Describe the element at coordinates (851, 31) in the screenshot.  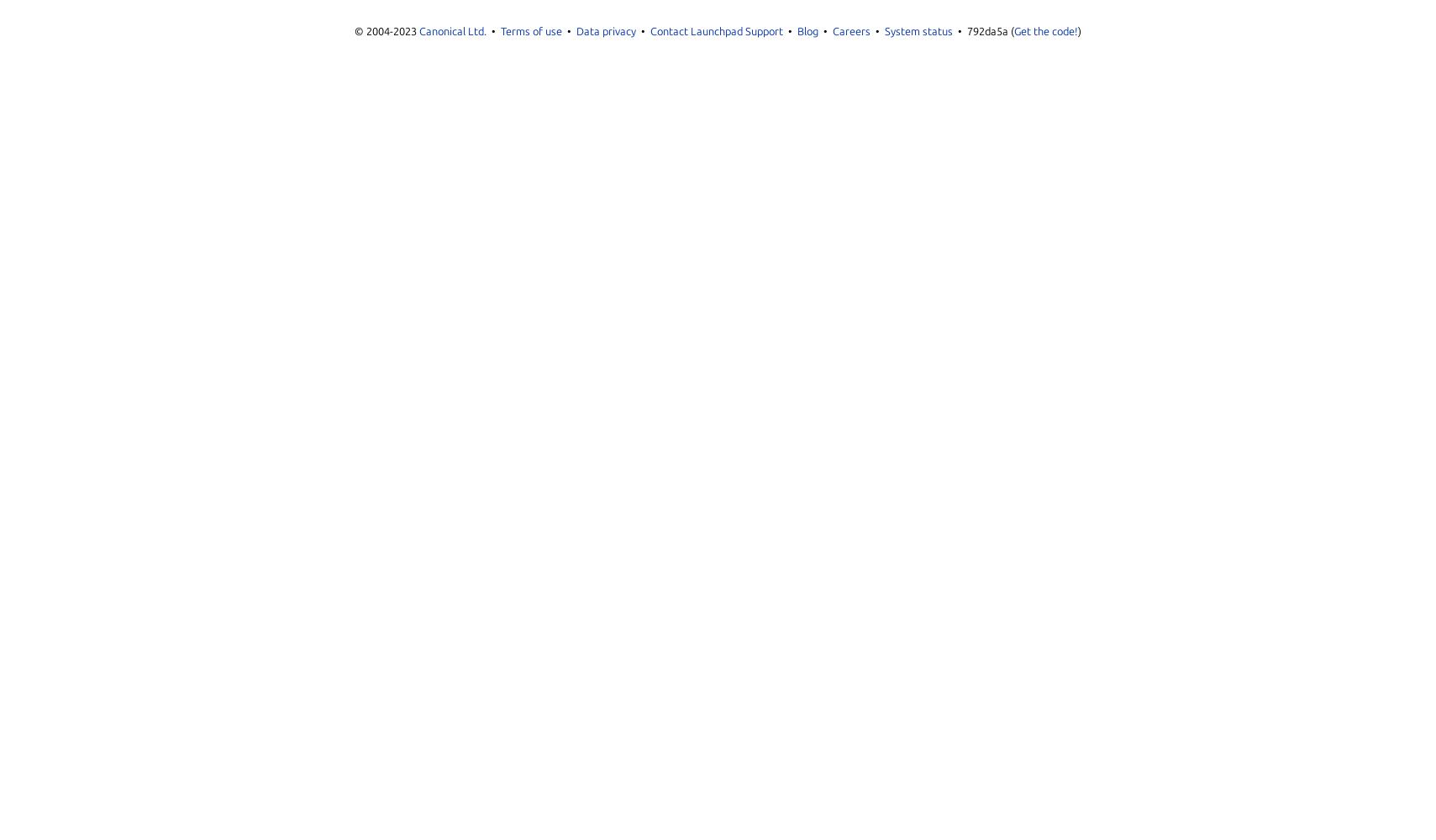
I see `'Careers'` at that location.